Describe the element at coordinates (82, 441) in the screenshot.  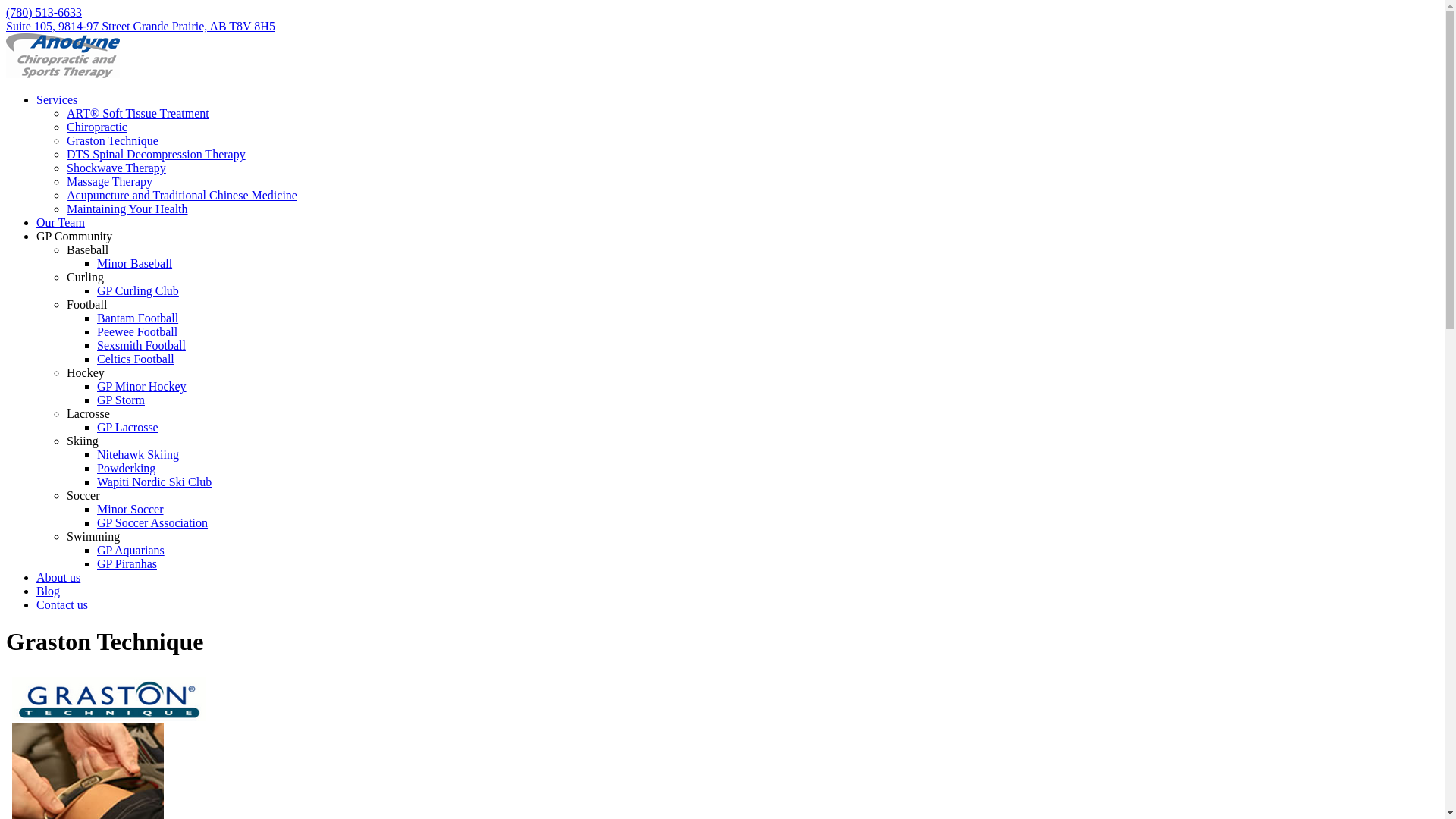
I see `'Skiing'` at that location.